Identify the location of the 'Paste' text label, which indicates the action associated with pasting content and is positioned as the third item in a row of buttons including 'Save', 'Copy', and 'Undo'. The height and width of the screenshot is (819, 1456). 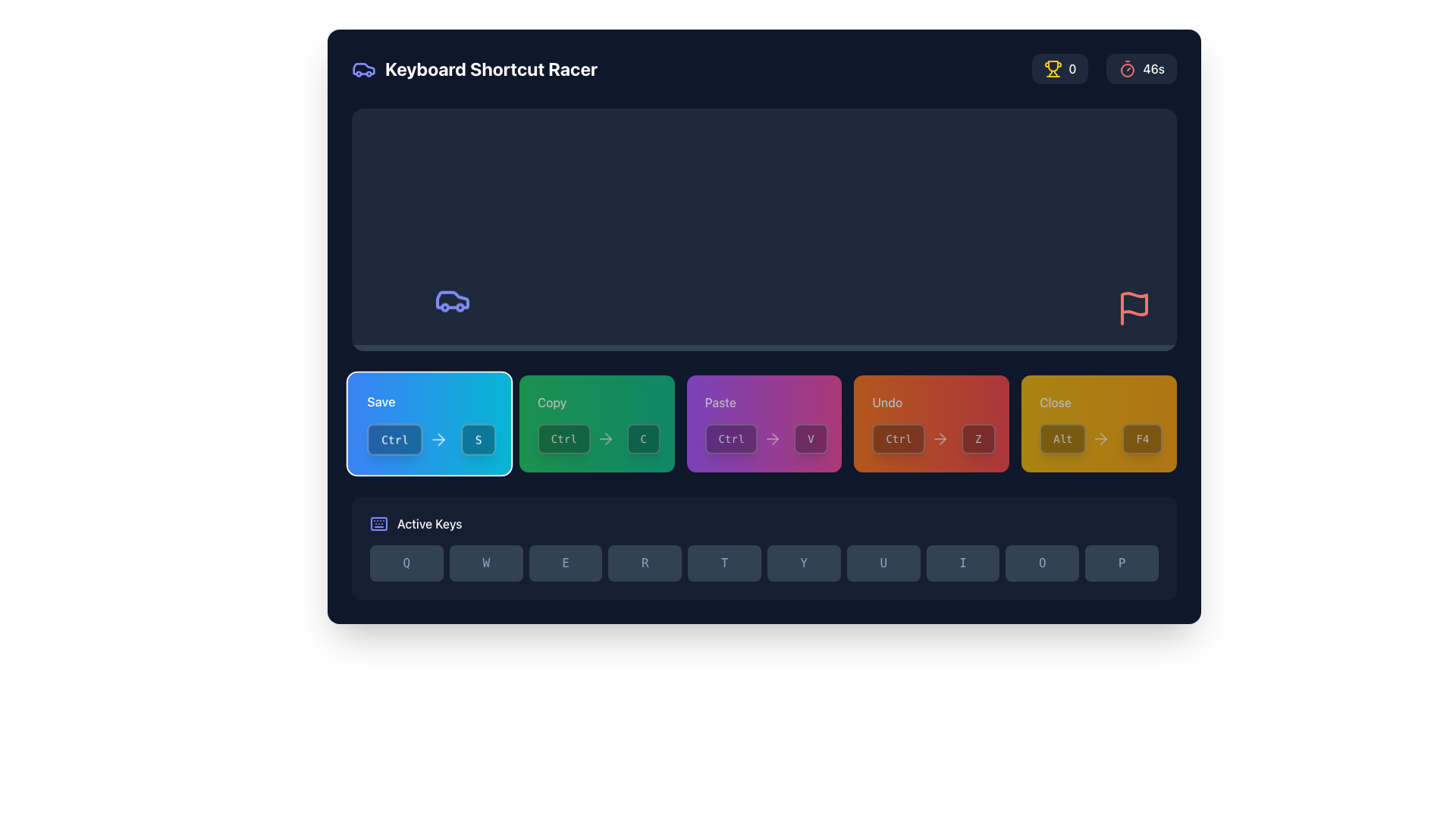
(720, 402).